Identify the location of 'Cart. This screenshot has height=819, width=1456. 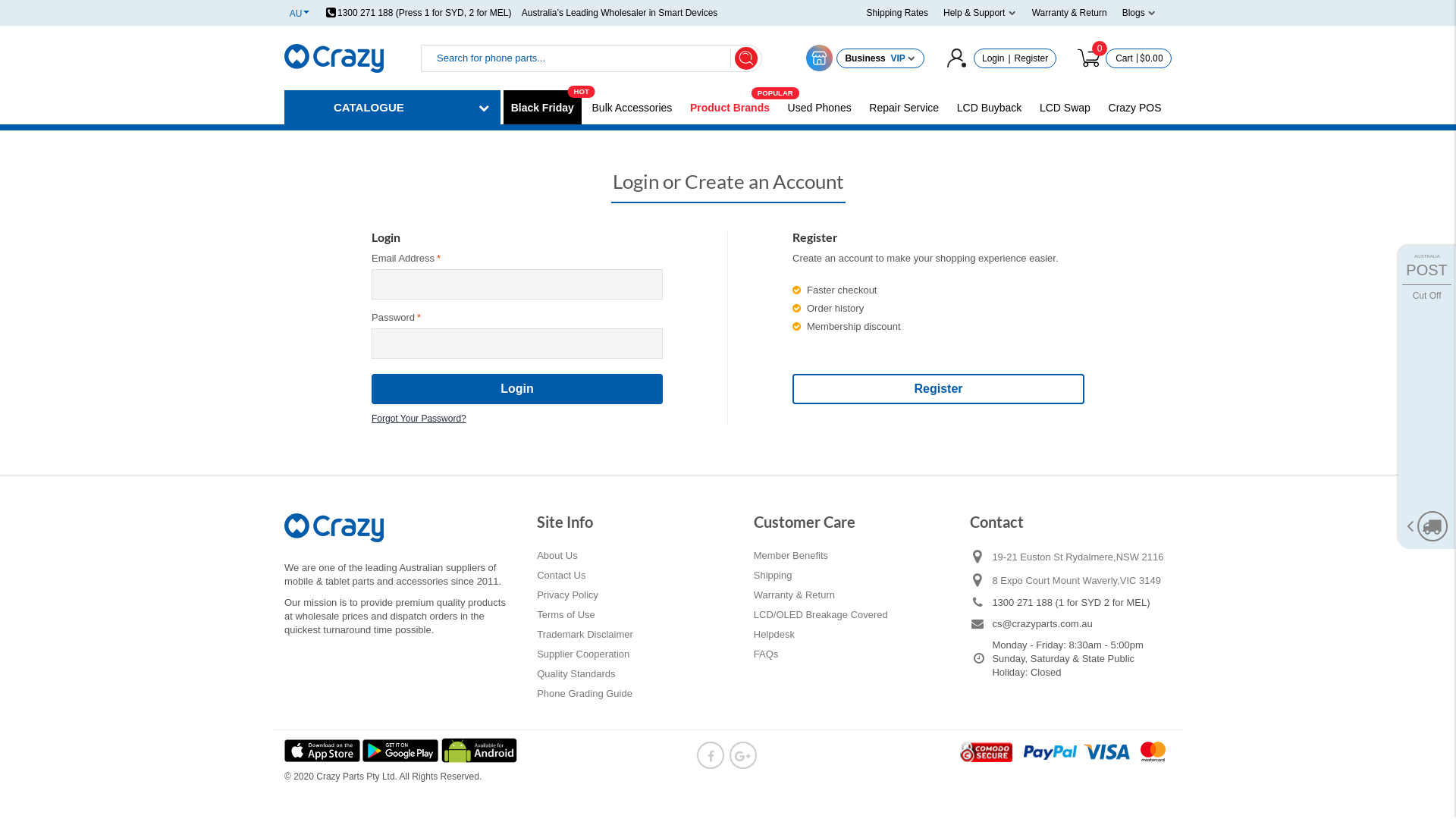
(1121, 57).